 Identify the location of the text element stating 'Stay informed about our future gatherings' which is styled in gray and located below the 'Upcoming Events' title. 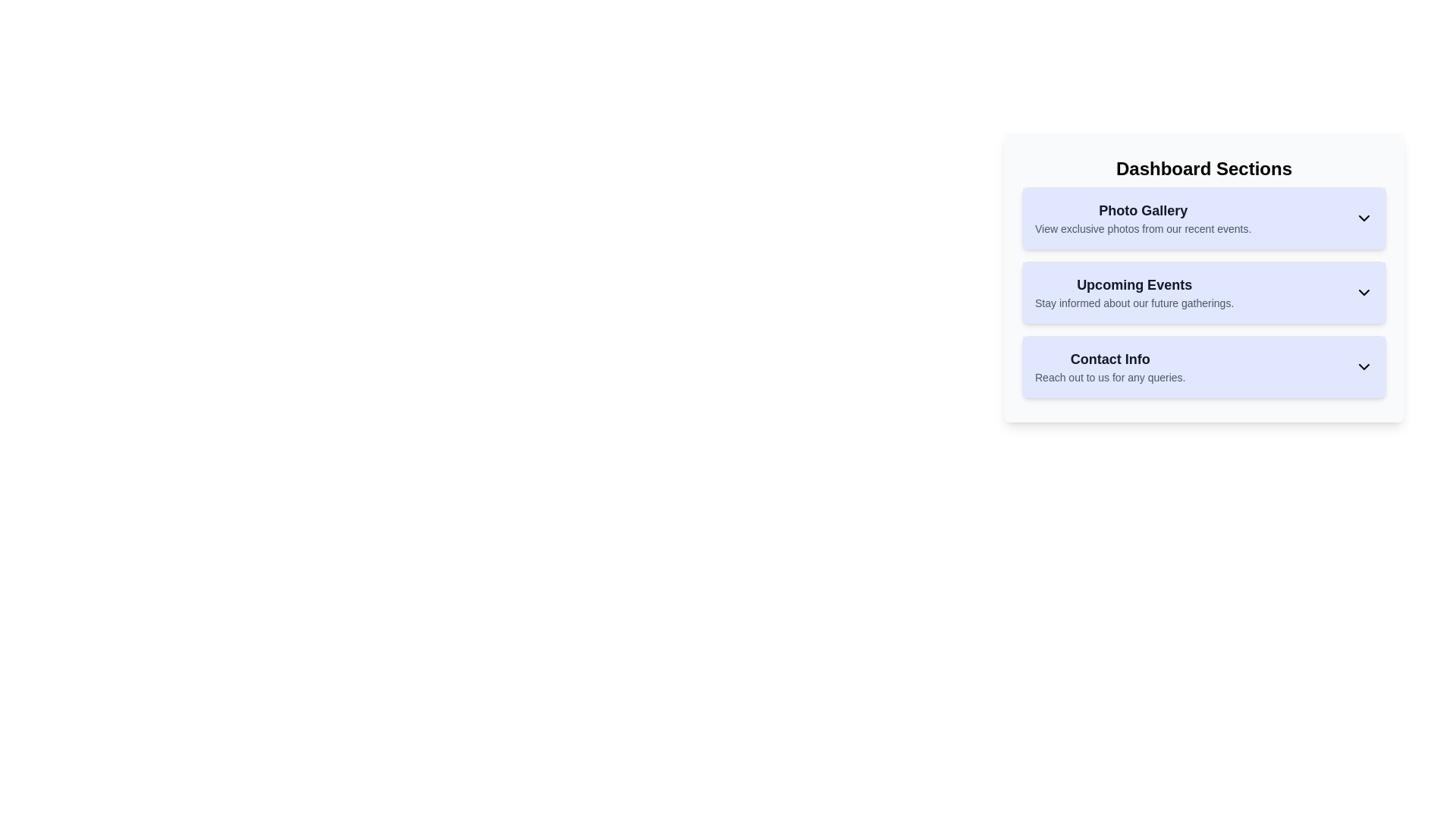
(1134, 303).